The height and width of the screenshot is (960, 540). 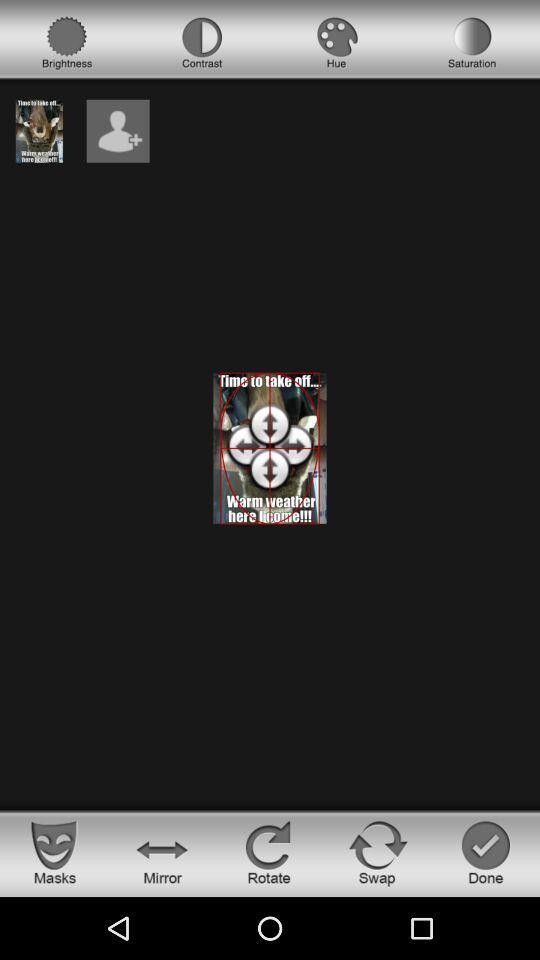 What do you see at coordinates (202, 42) in the screenshot?
I see `adjust contrast` at bounding box center [202, 42].